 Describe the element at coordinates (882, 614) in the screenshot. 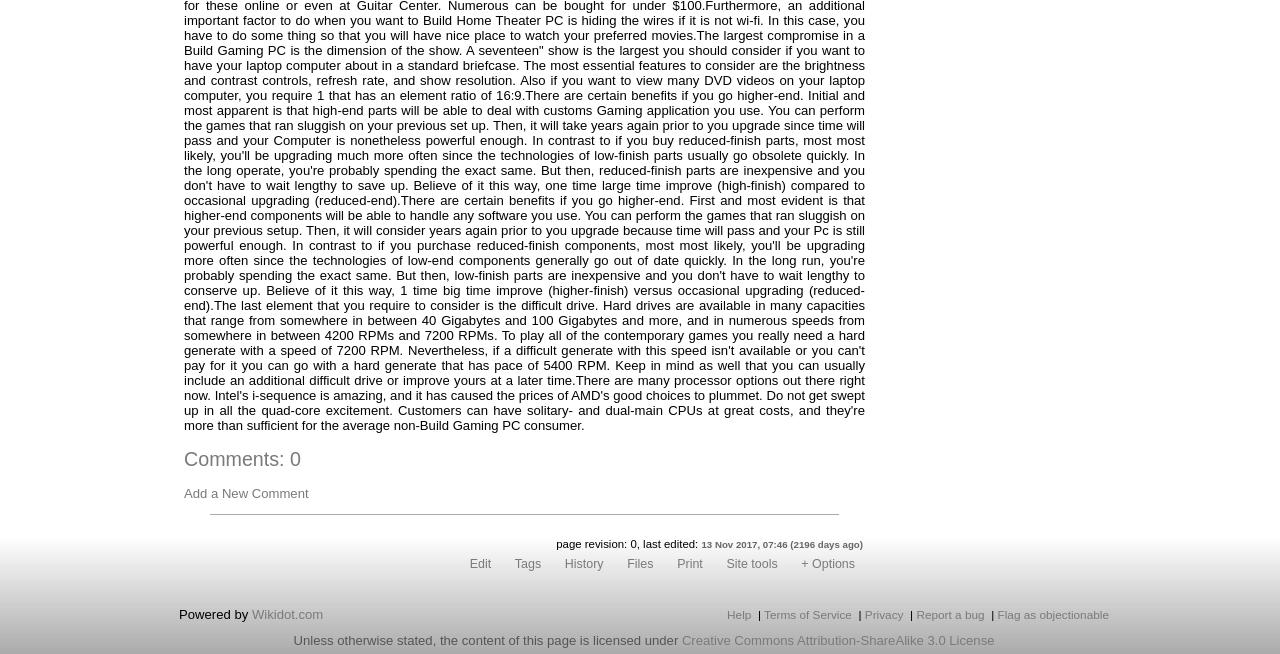

I see `'Privacy'` at that location.